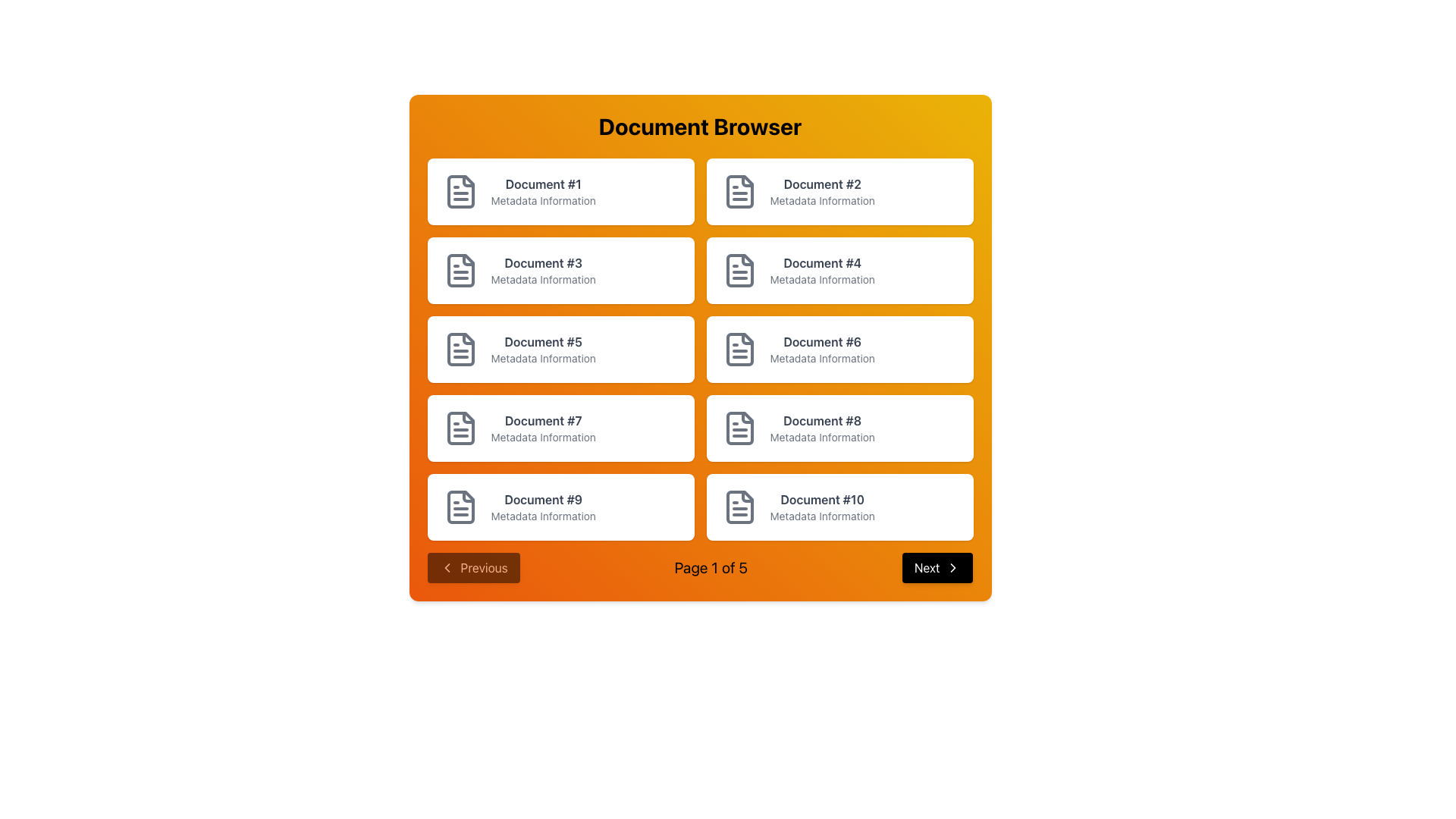  Describe the element at coordinates (739, 350) in the screenshot. I see `the monochromatic gray document icon with simulated text lines, which is the sixth document item in the grid layout` at that location.